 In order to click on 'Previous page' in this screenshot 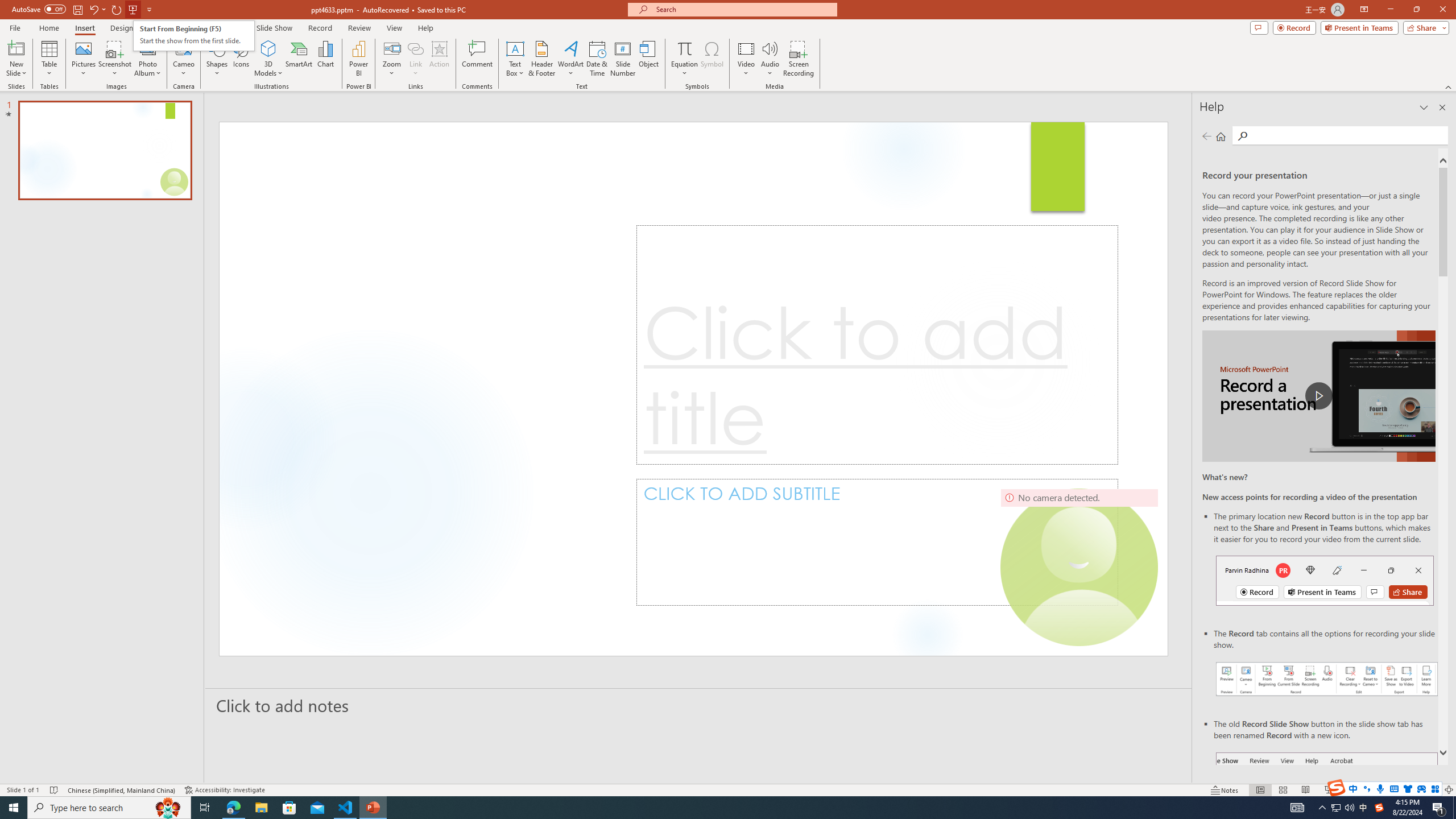, I will do `click(1206, 135)`.